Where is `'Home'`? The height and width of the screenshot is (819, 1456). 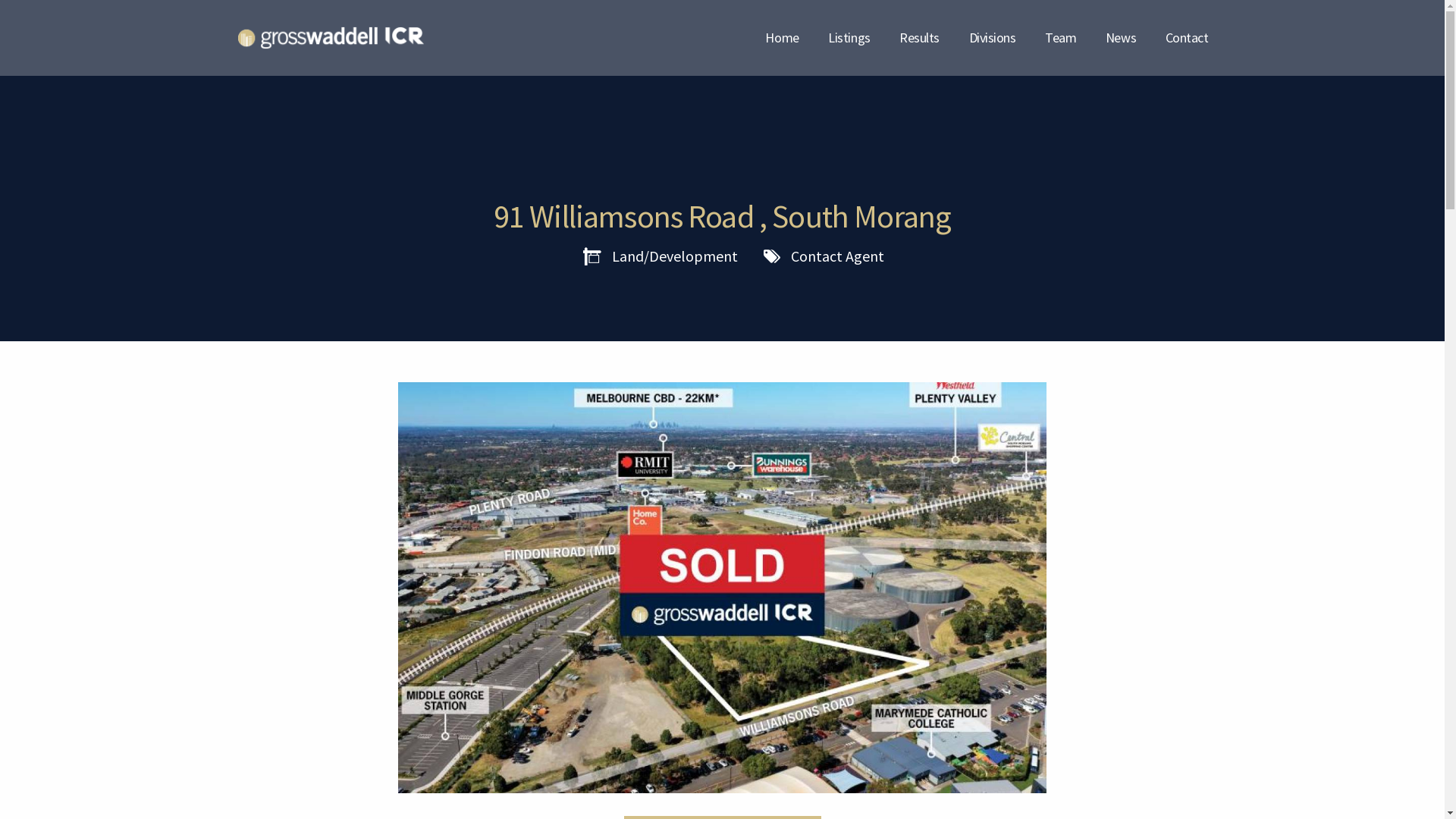
'Home' is located at coordinates (782, 36).